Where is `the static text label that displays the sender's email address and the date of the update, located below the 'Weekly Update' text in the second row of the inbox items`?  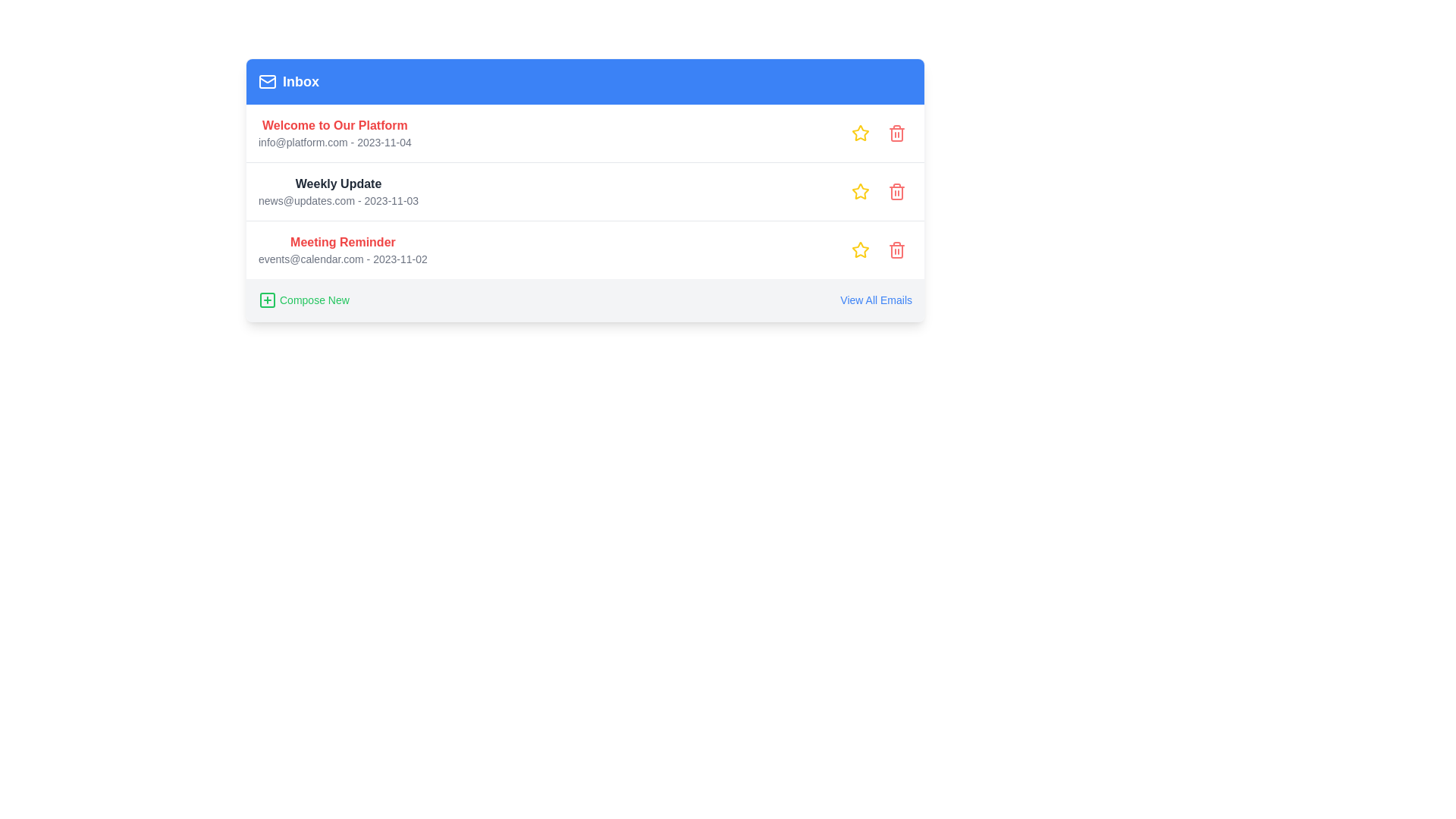 the static text label that displays the sender's email address and the date of the update, located below the 'Weekly Update' text in the second row of the inbox items is located at coordinates (337, 200).